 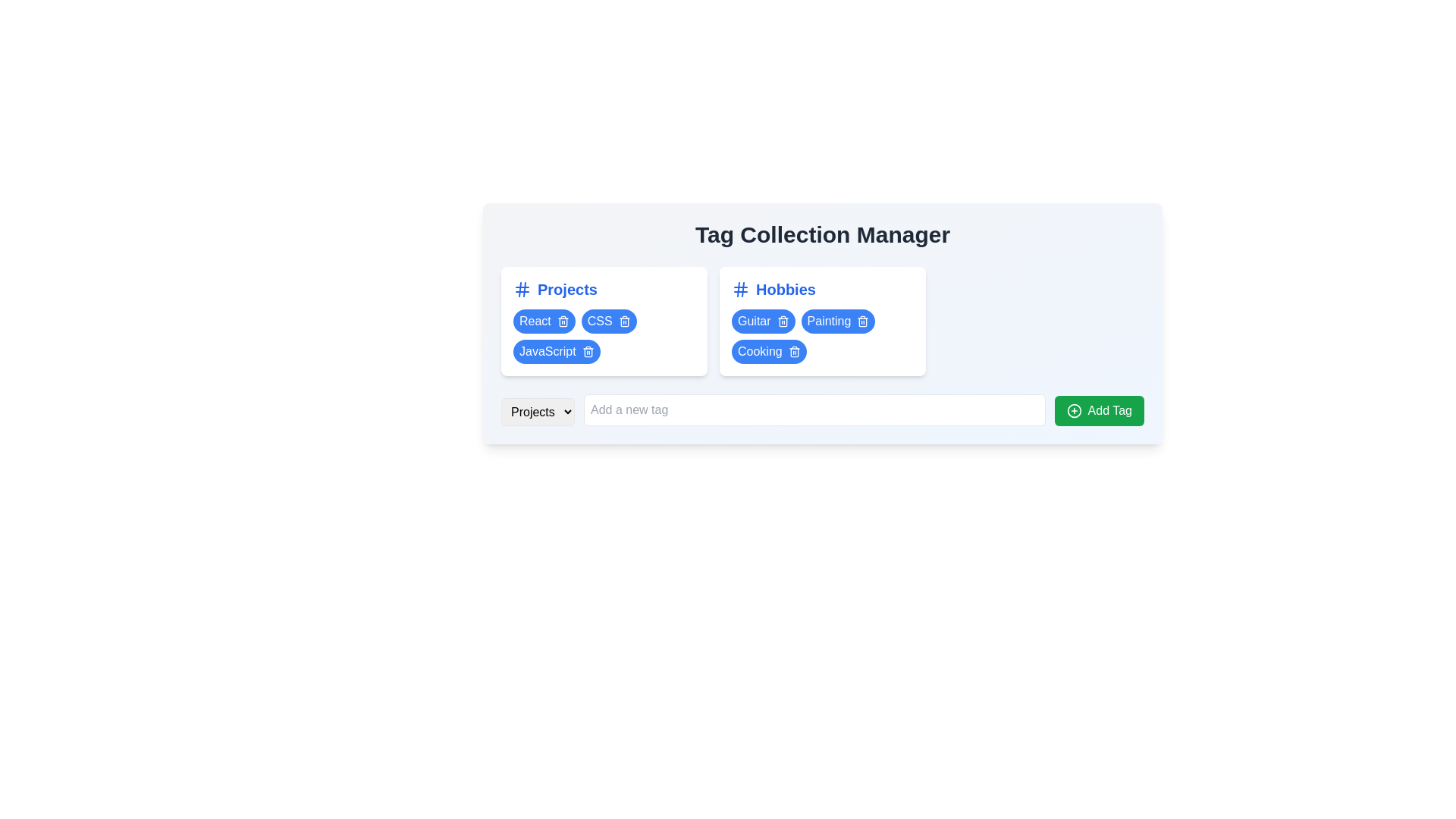 I want to click on the green button labeled 'Add Tag' which contains a circular icon with a plus sign, so click(x=1073, y=411).